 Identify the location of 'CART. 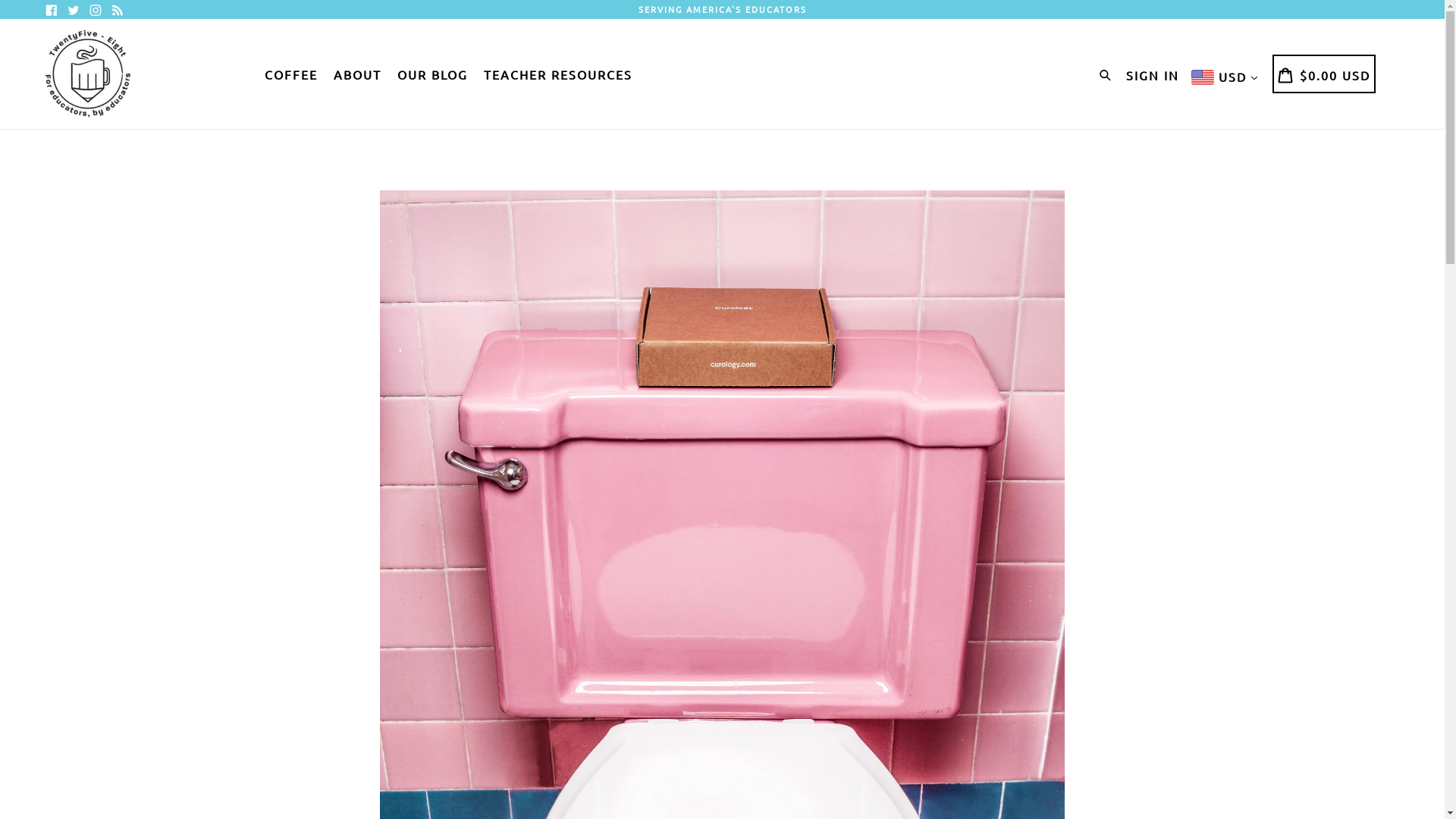
(1323, 74).